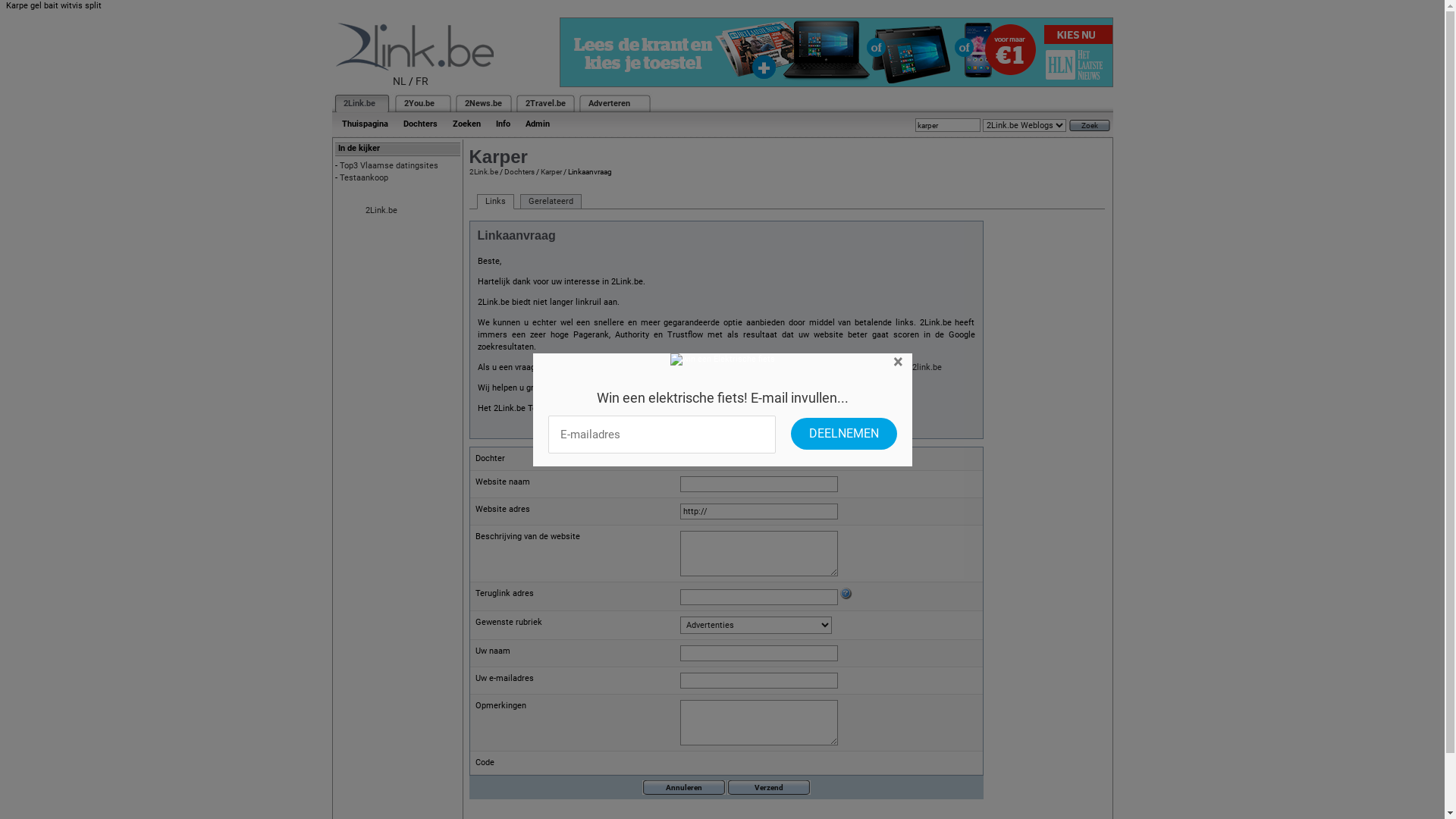  What do you see at coordinates (419, 102) in the screenshot?
I see `'2You.be'` at bounding box center [419, 102].